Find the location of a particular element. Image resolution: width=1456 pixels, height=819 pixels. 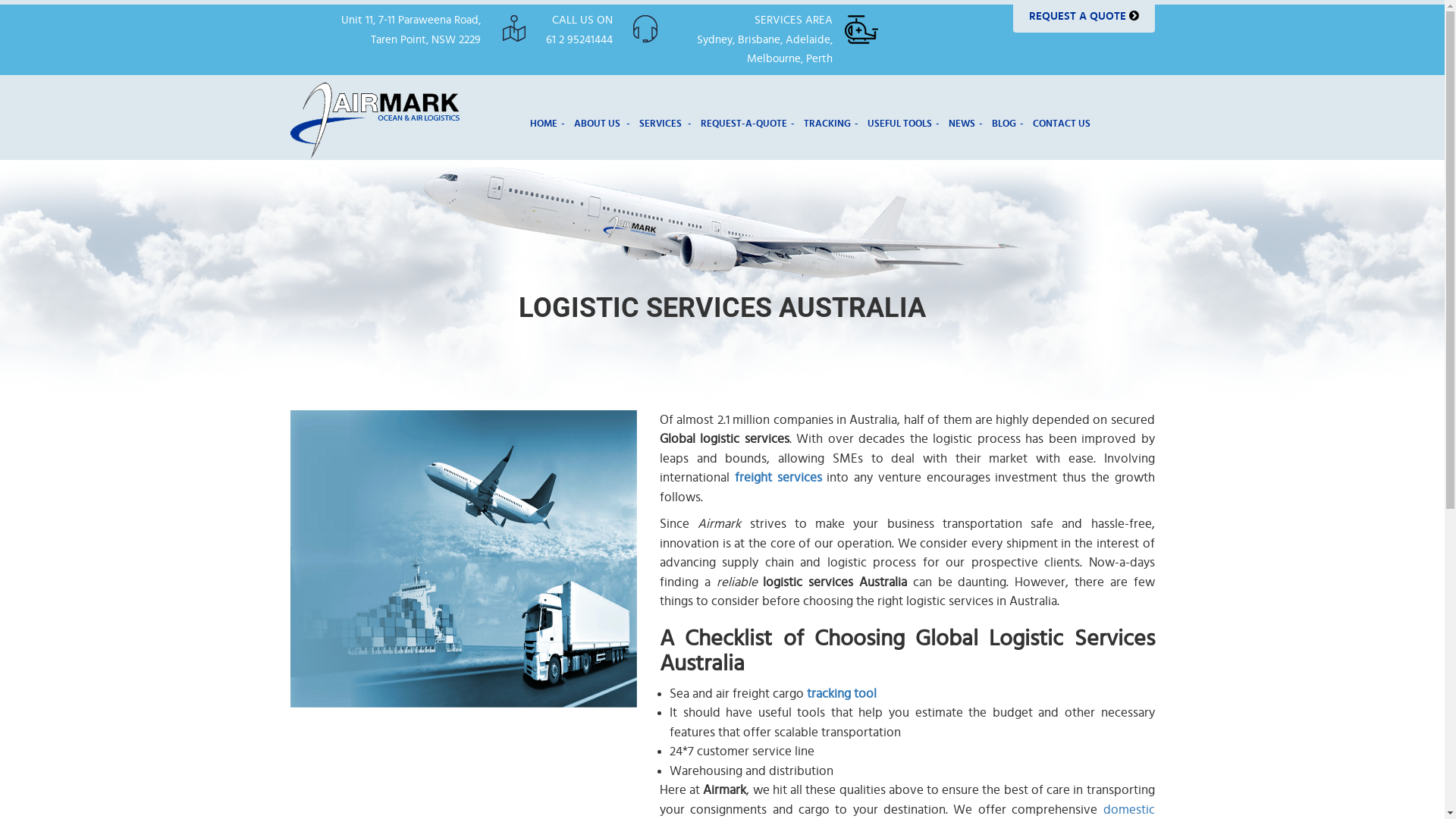

'NEWS' is located at coordinates (965, 122).